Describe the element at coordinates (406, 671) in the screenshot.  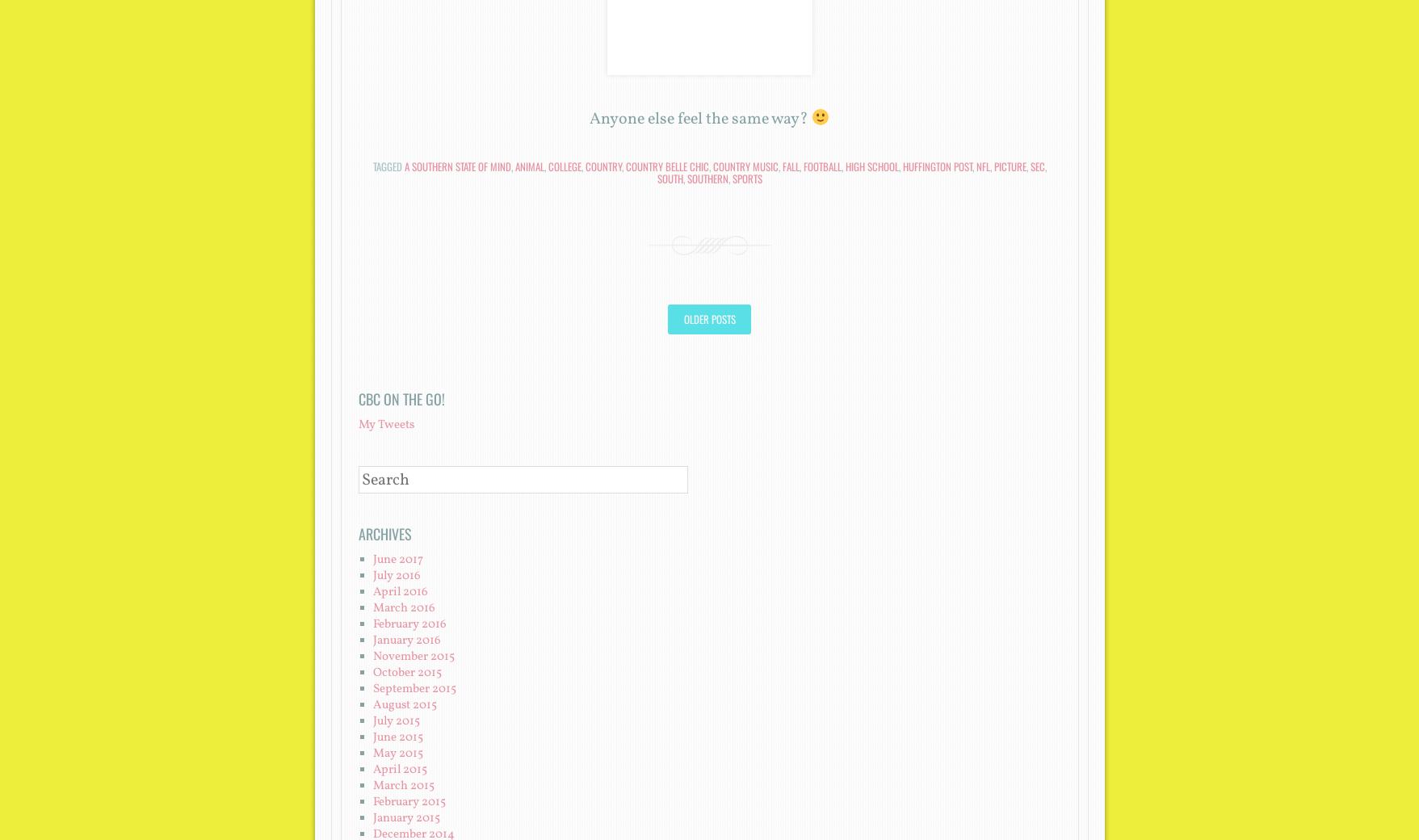
I see `'October 2015'` at that location.